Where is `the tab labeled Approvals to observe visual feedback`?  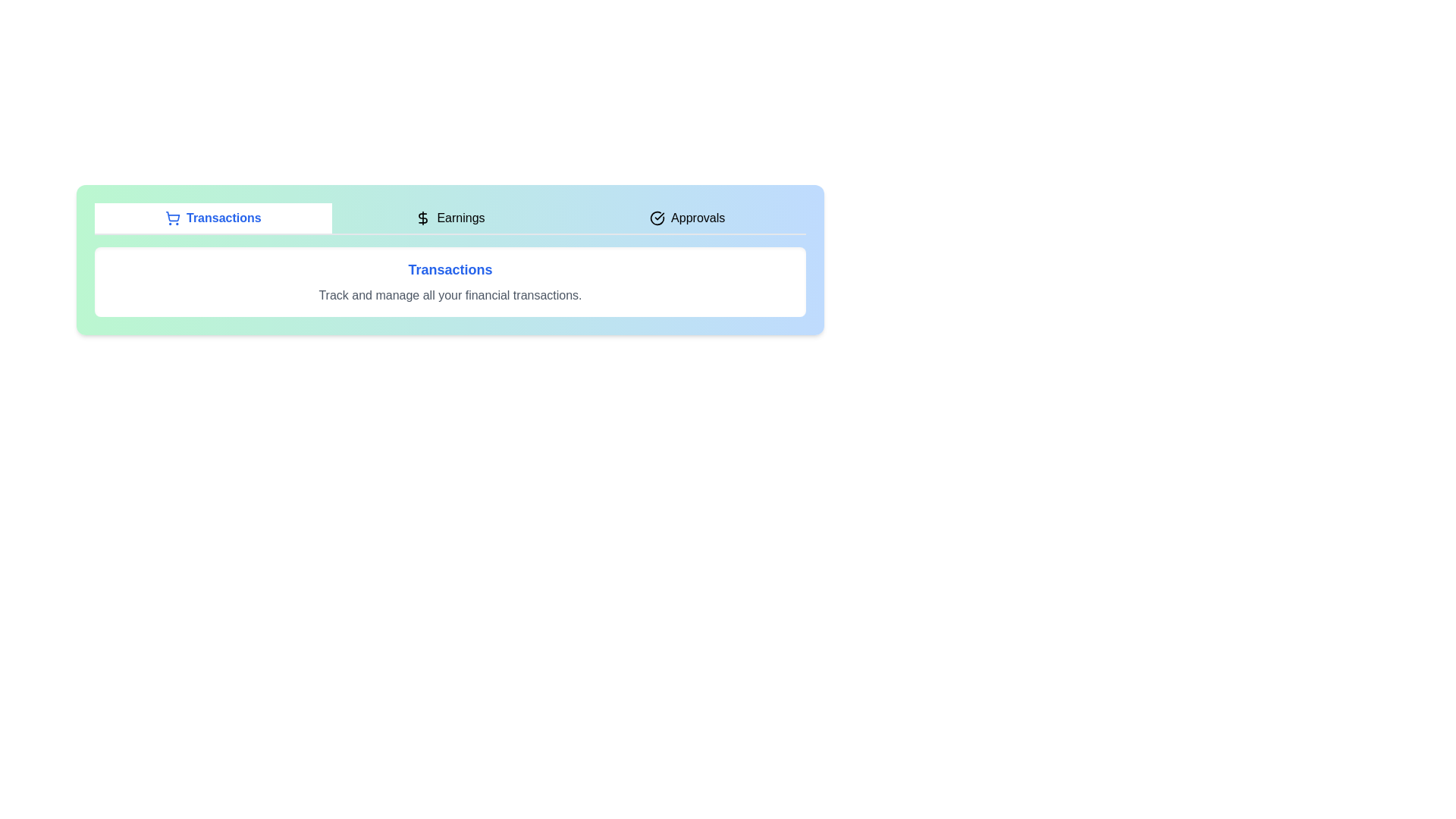 the tab labeled Approvals to observe visual feedback is located at coordinates (686, 218).